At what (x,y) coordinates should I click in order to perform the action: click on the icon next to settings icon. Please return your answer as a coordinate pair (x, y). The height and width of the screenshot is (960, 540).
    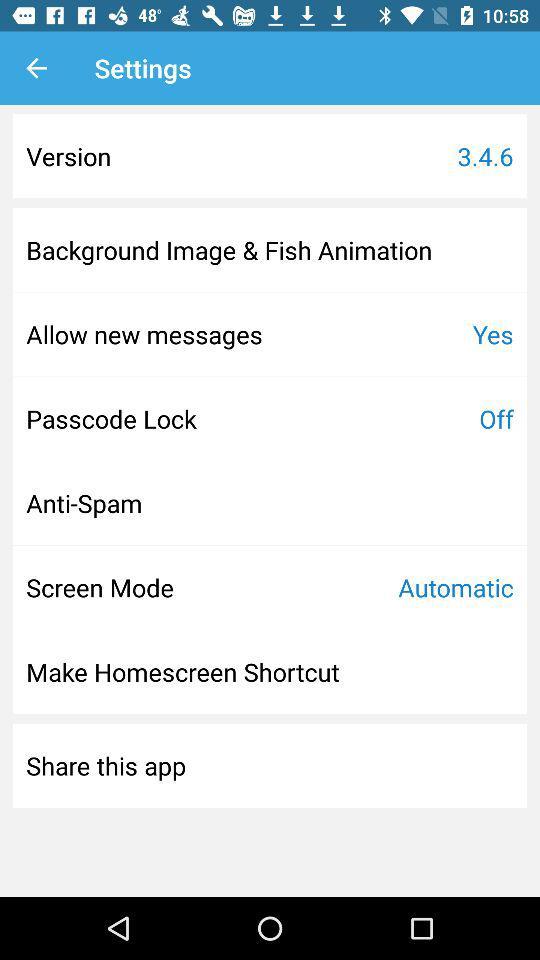
    Looking at the image, I should click on (36, 68).